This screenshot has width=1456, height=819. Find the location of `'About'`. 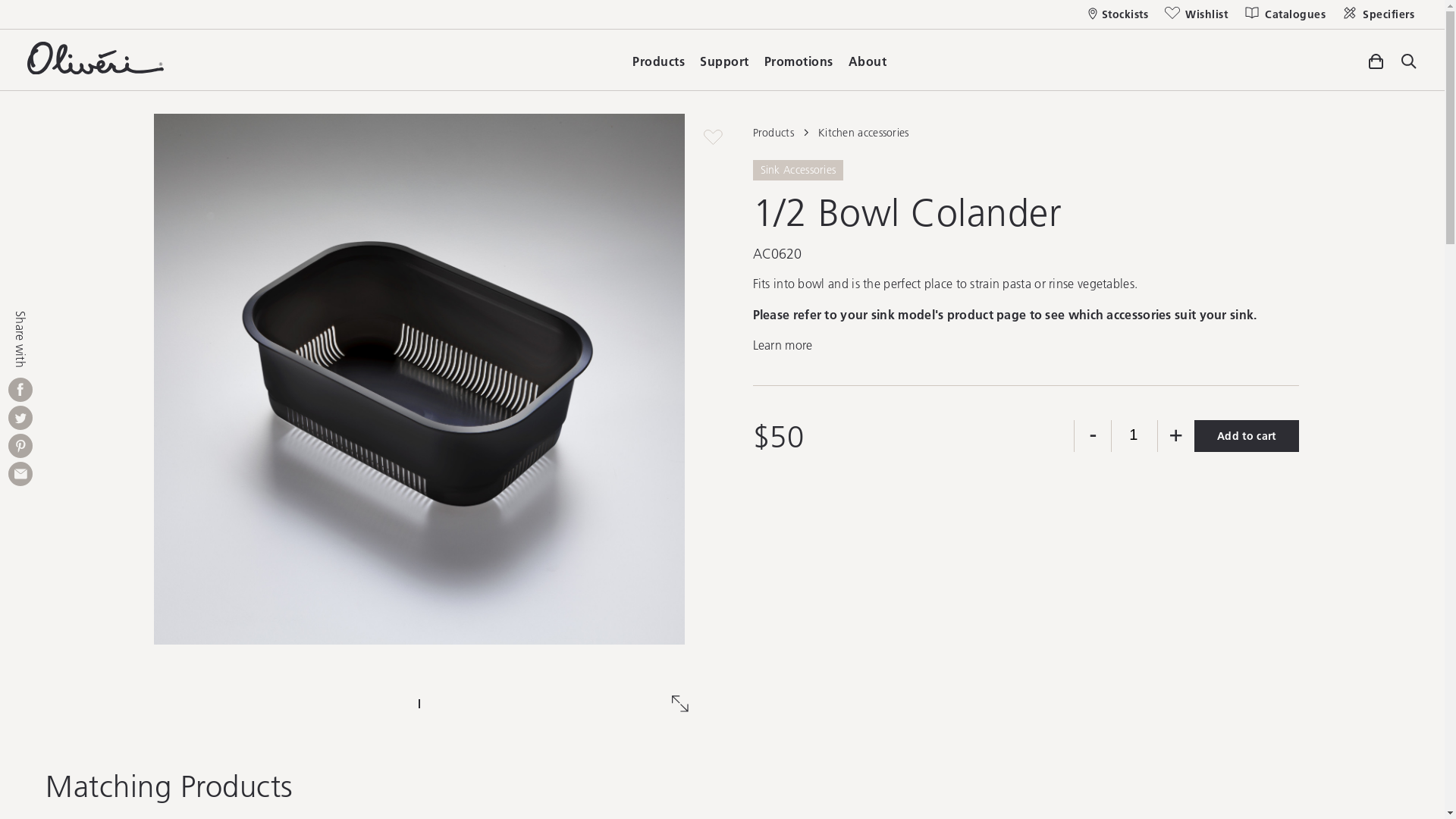

'About' is located at coordinates (867, 57).